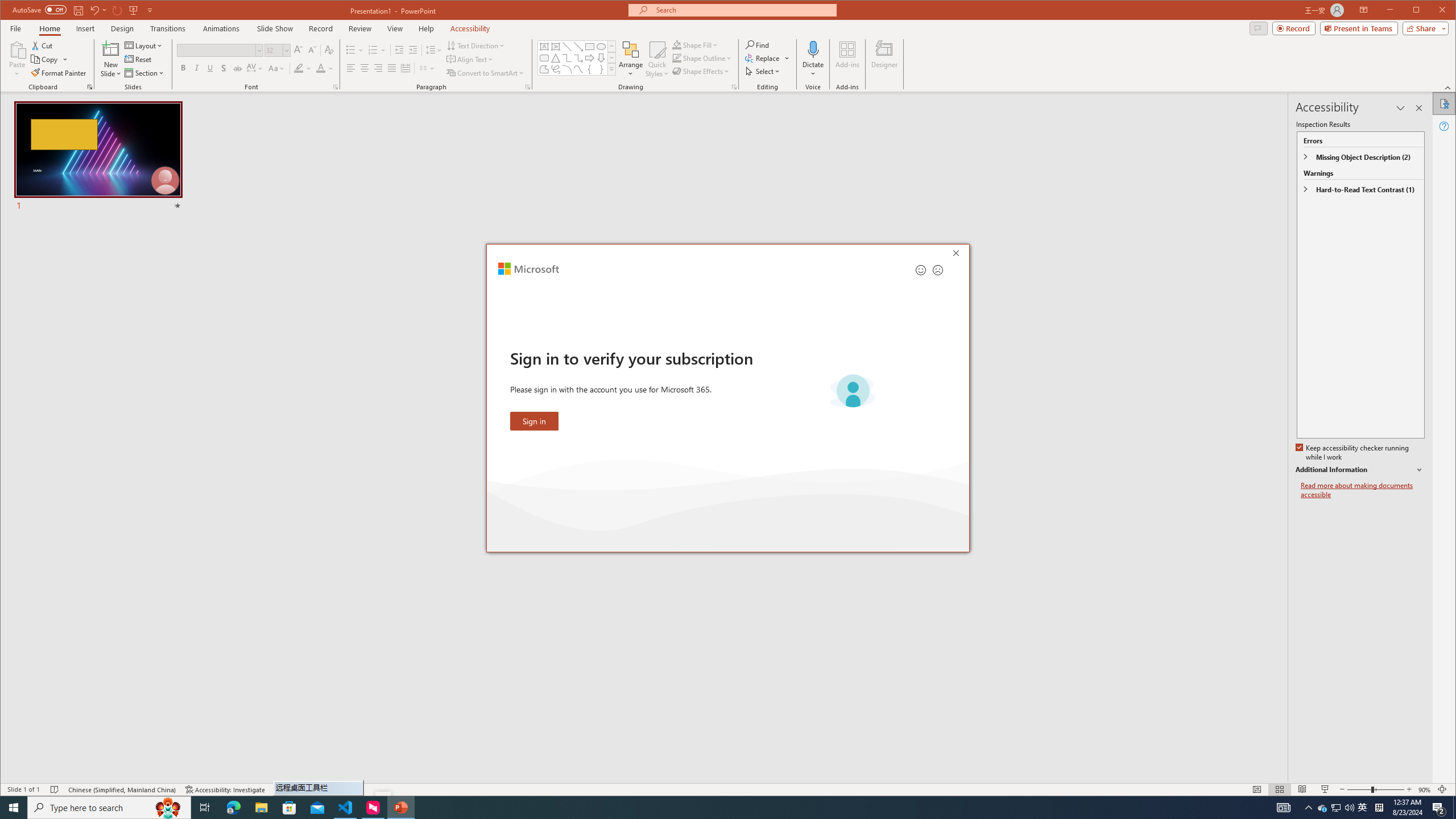 This screenshot has height=819, width=1456. I want to click on 'Additional Information', so click(1360, 470).